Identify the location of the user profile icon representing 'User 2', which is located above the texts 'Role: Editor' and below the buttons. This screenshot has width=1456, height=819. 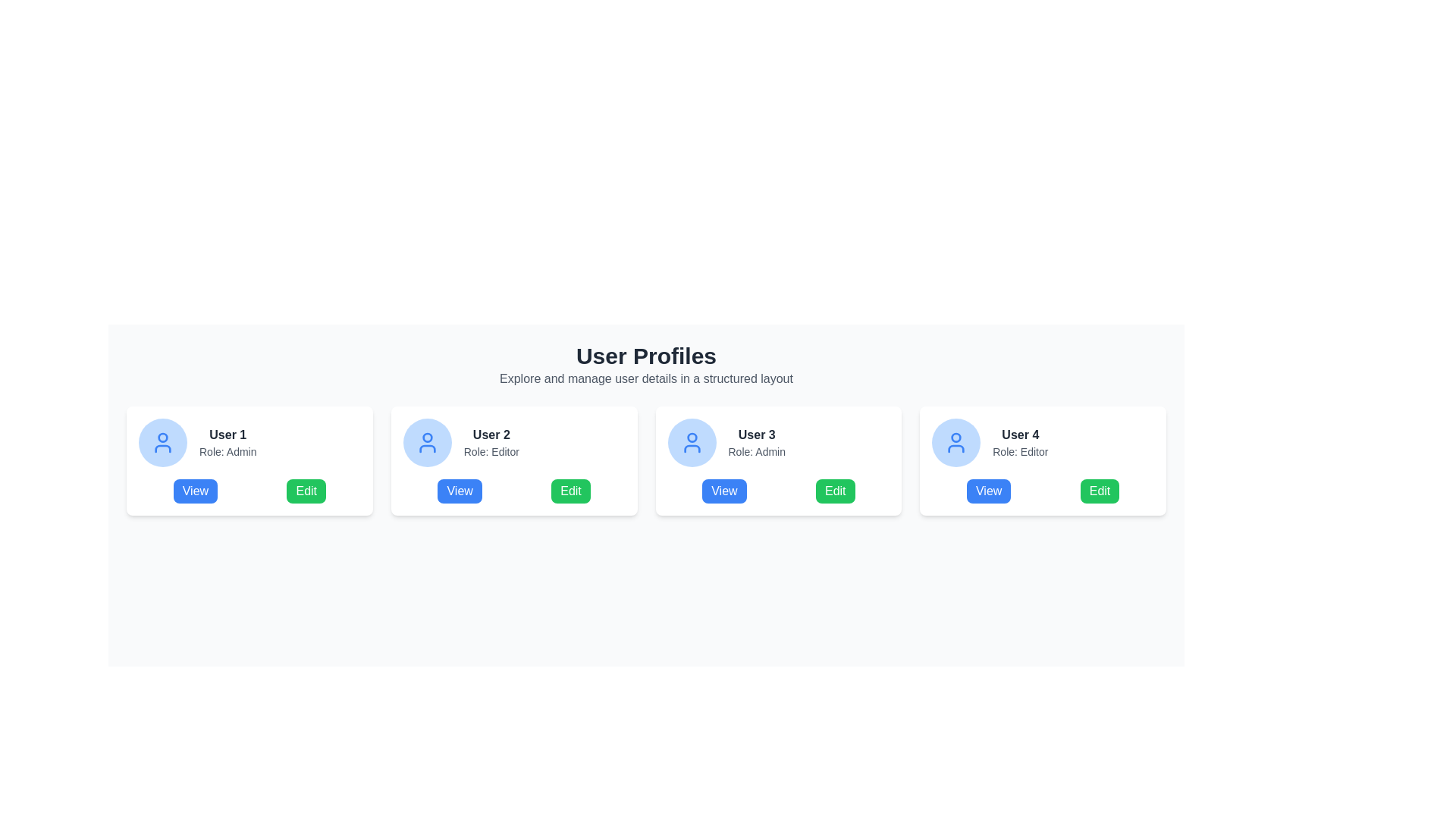
(426, 442).